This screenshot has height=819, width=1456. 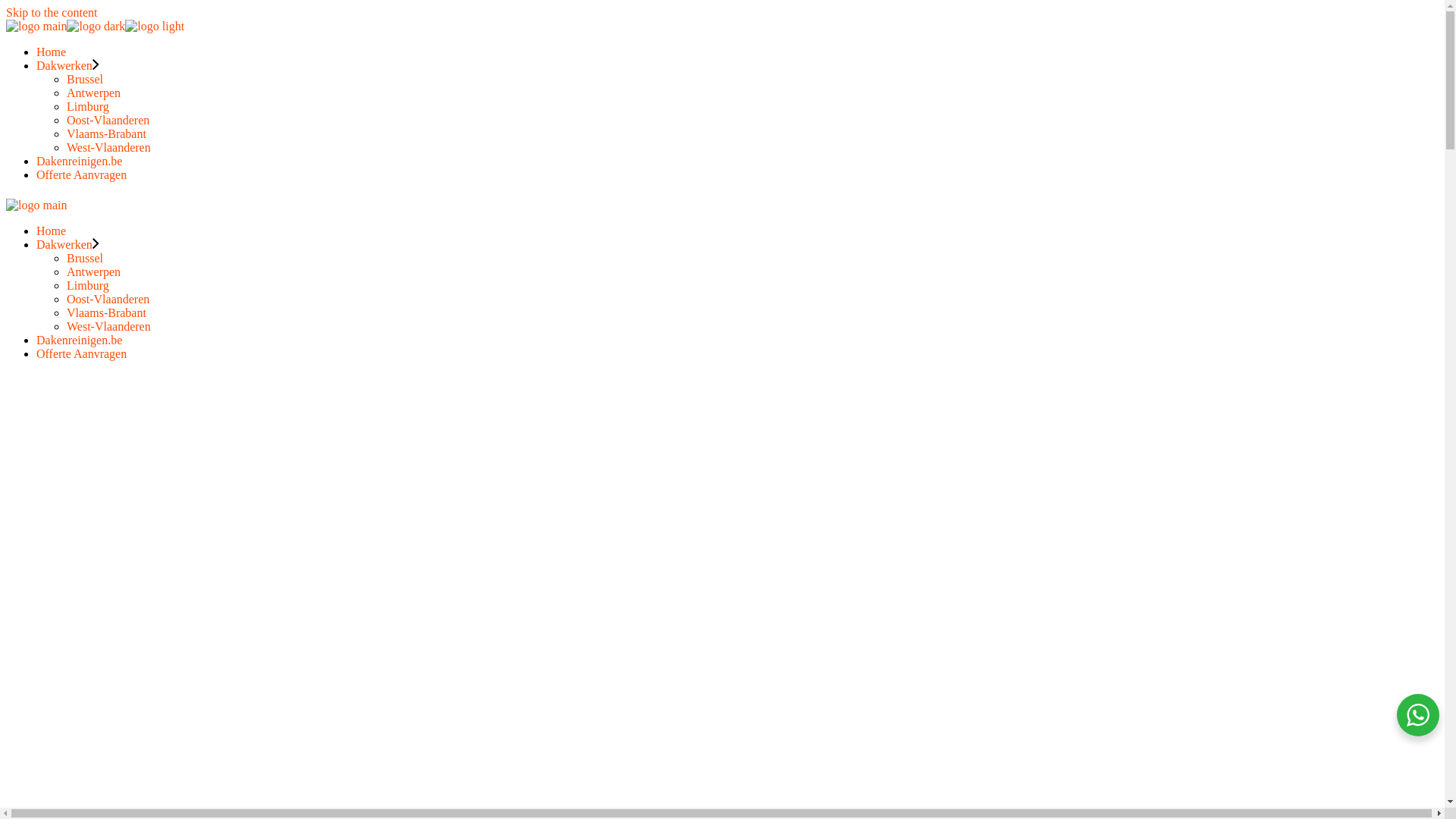 I want to click on 'West-Vlaanderen', so click(x=108, y=147).